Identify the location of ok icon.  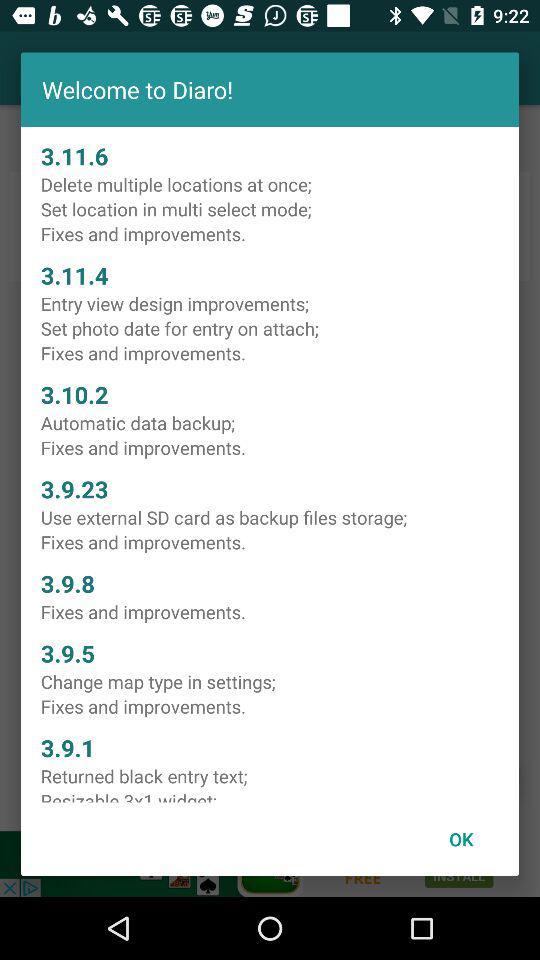
(461, 839).